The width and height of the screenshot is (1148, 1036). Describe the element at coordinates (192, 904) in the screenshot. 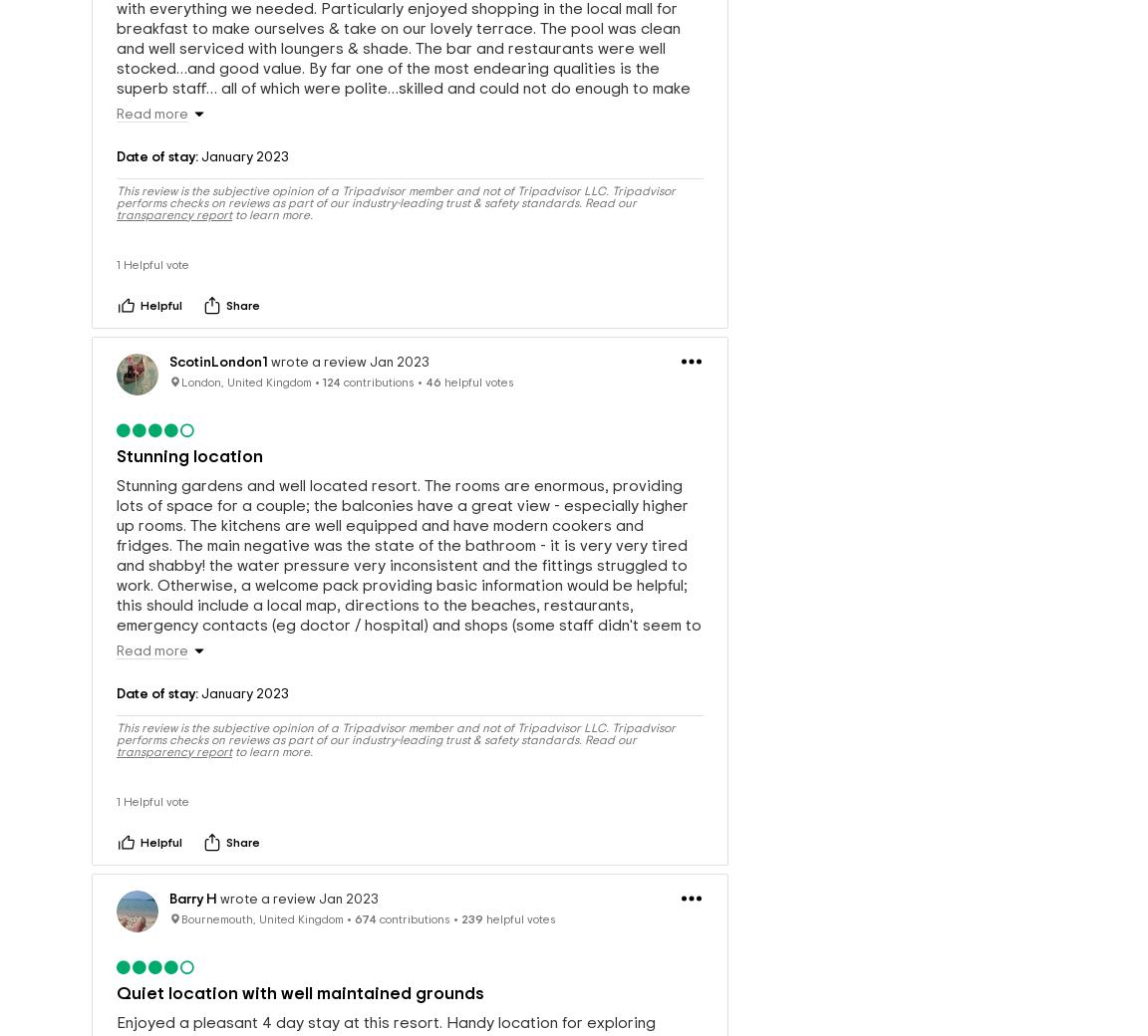

I see `'Barry H'` at that location.